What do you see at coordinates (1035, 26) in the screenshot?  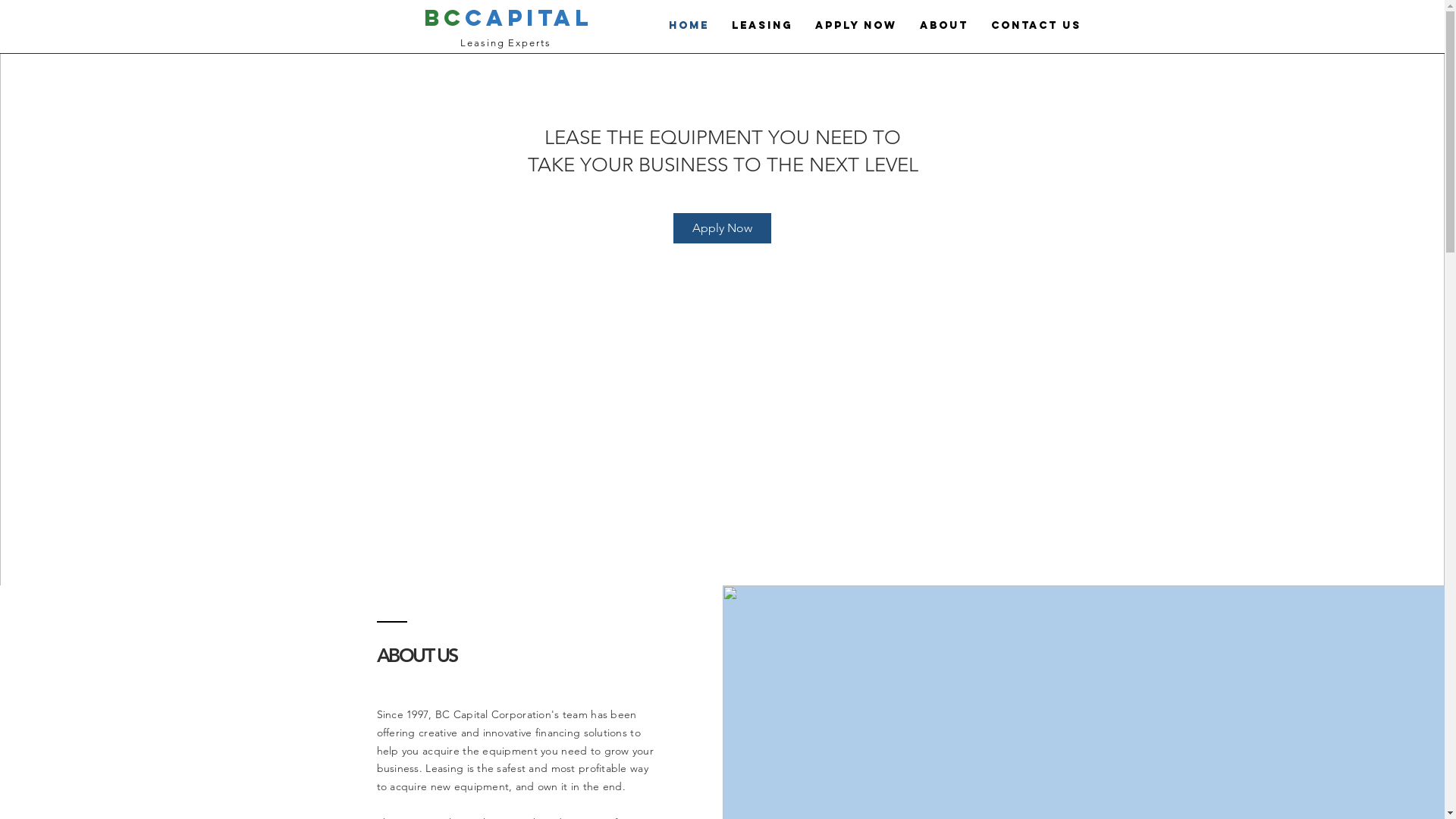 I see `'Contact Us'` at bounding box center [1035, 26].